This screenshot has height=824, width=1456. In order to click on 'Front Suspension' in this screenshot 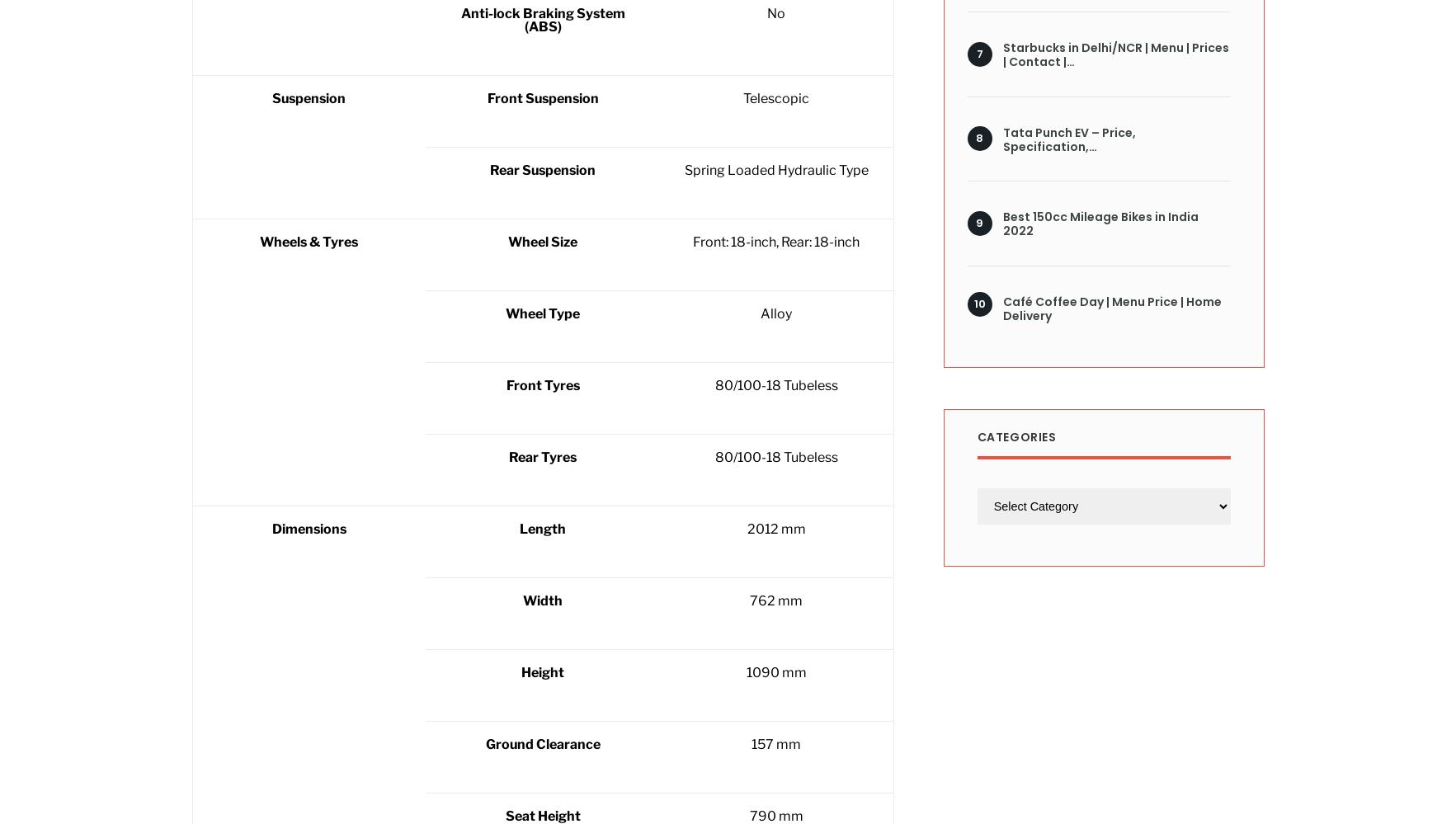, I will do `click(541, 98)`.